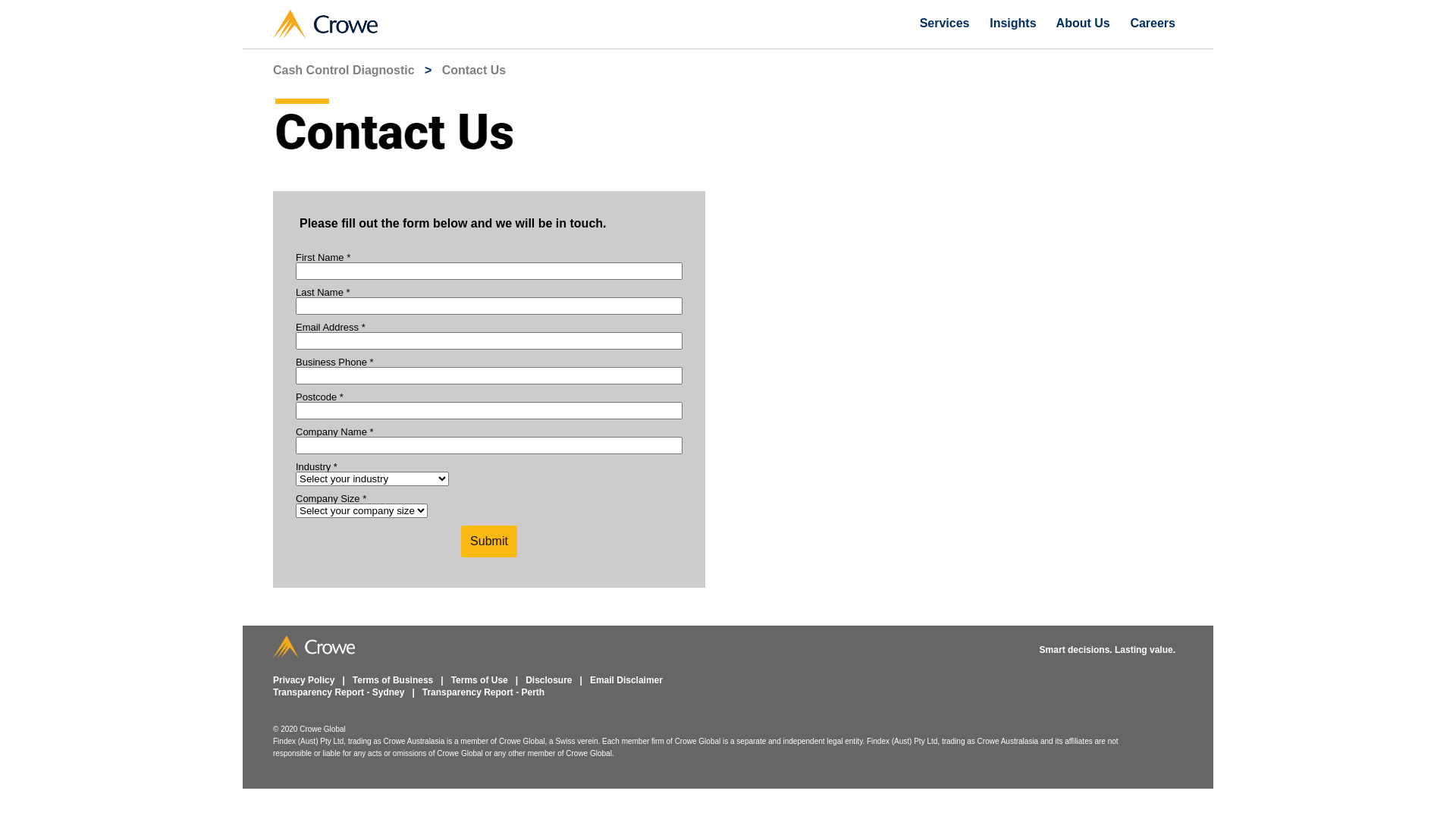 Image resolution: width=1456 pixels, height=819 pixels. I want to click on 'Disclosure', so click(525, 679).